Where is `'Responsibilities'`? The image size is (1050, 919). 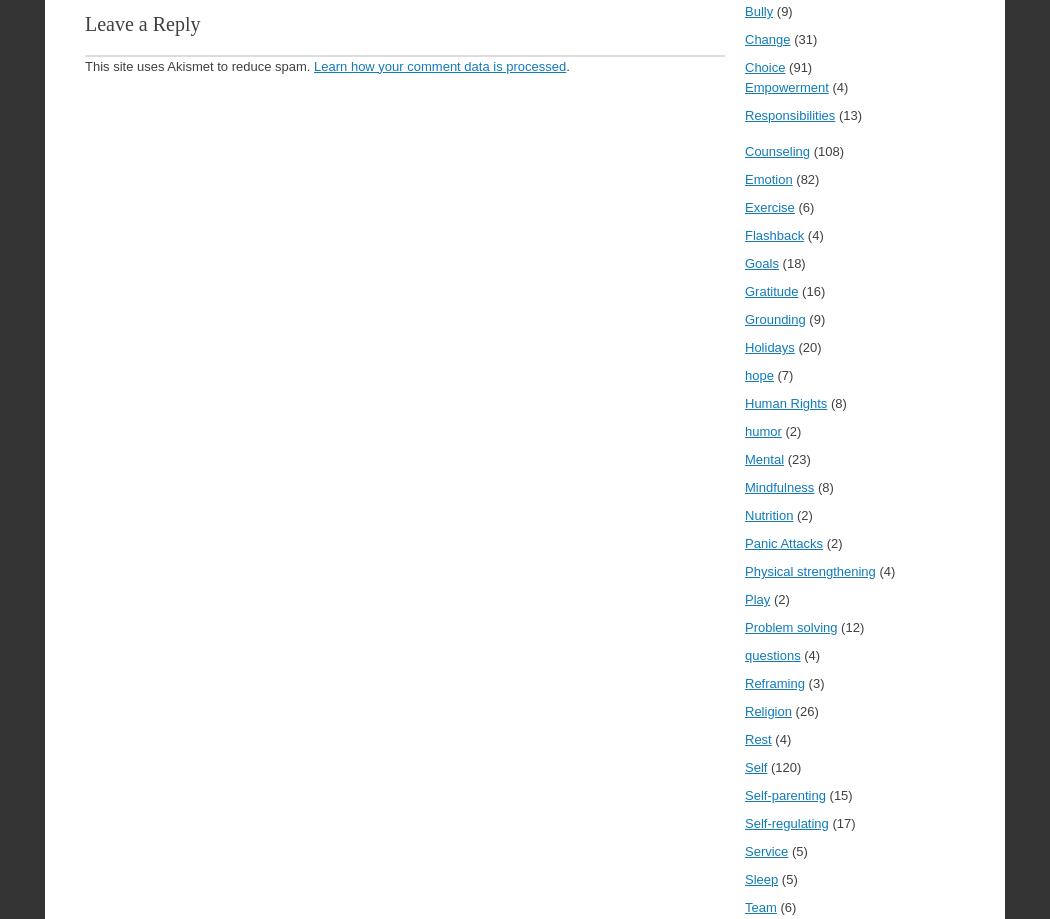
'Responsibilities' is located at coordinates (789, 114).